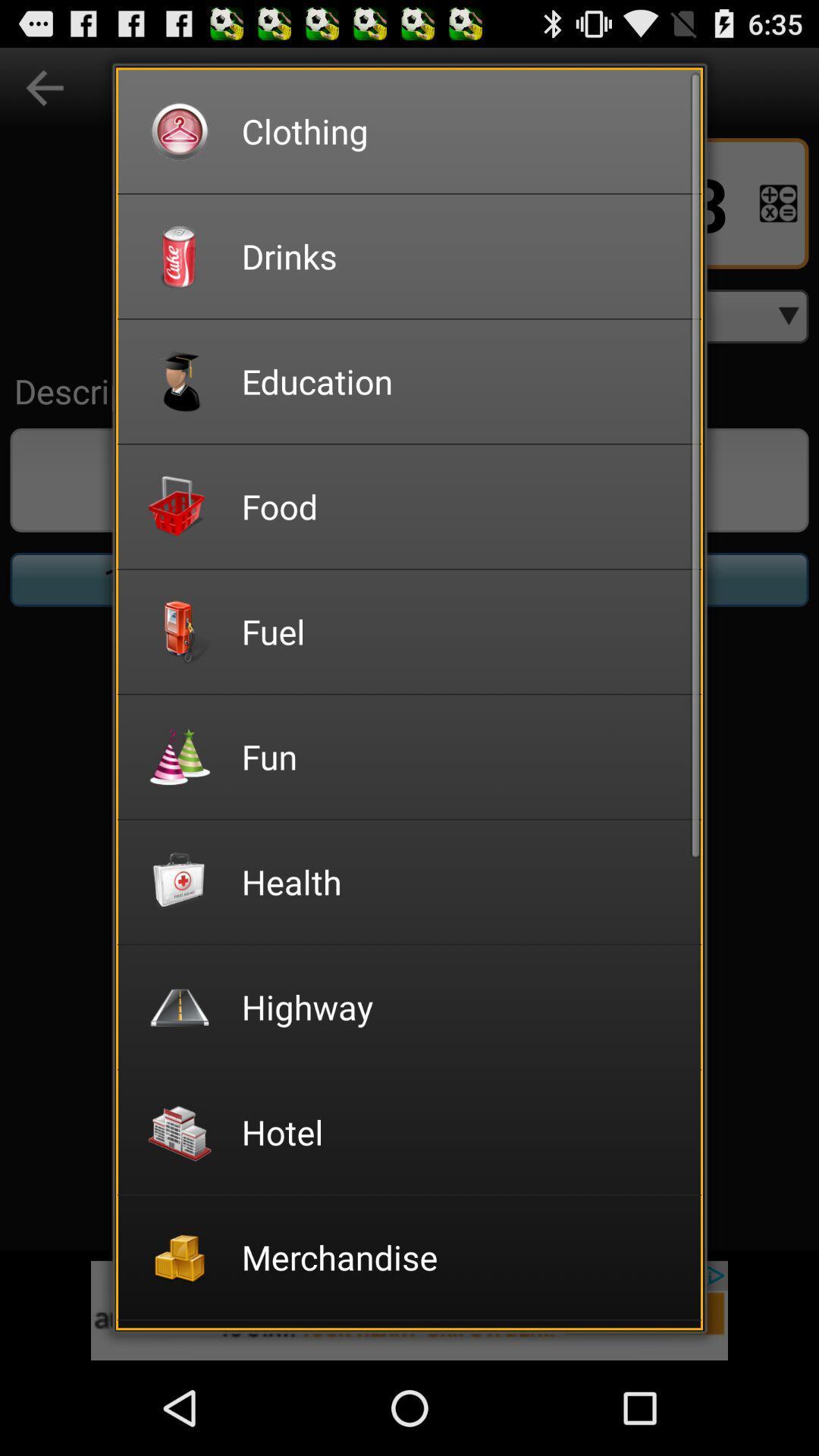 This screenshot has width=819, height=1456. What do you see at coordinates (460, 130) in the screenshot?
I see `clothing` at bounding box center [460, 130].